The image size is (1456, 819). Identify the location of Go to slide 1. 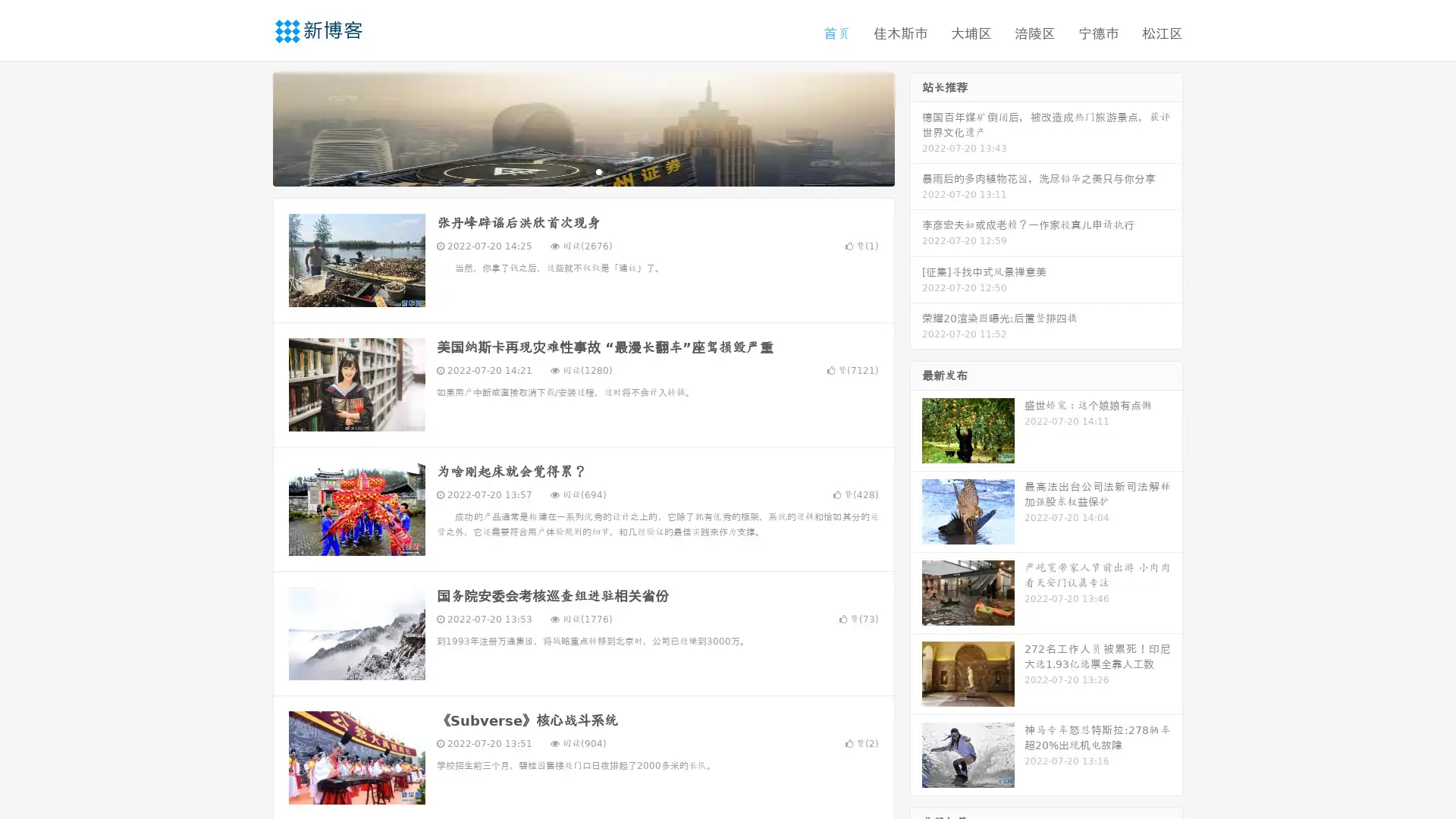
(567, 171).